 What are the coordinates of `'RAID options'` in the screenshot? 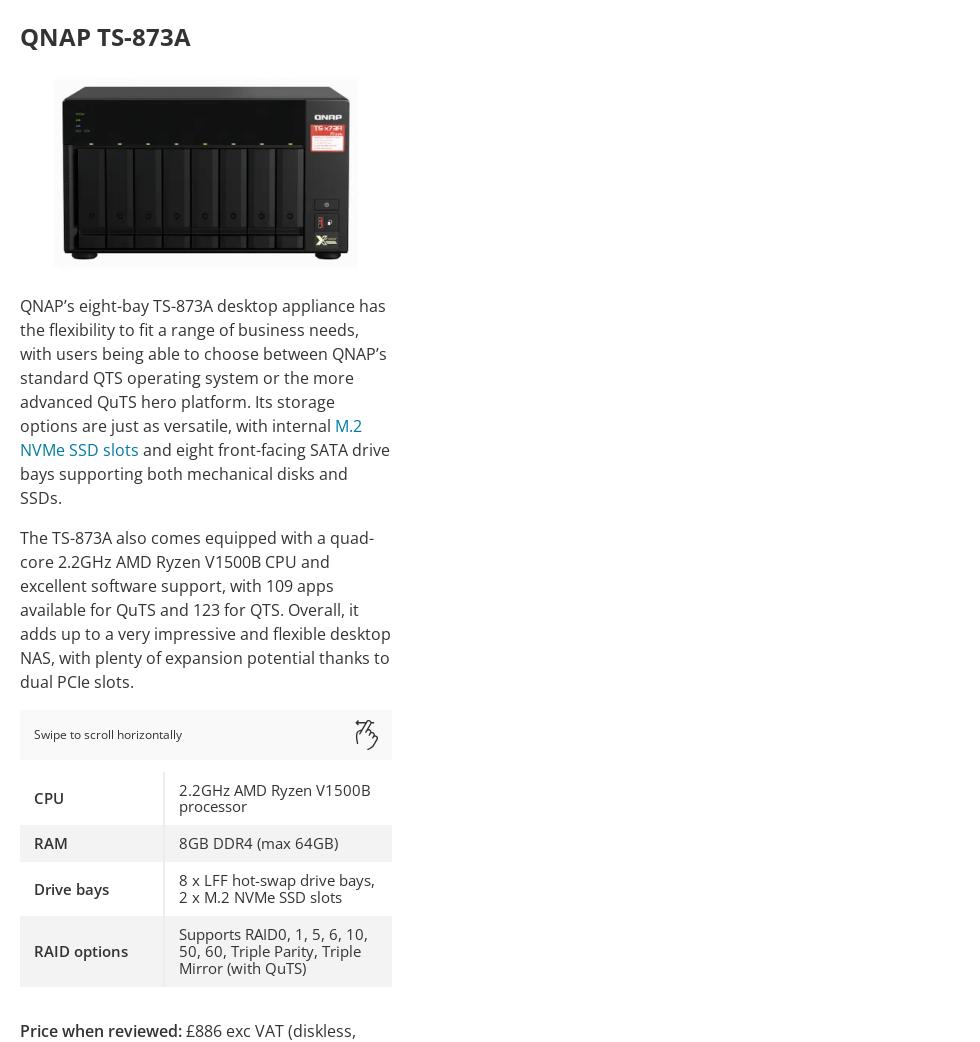 It's located at (81, 948).